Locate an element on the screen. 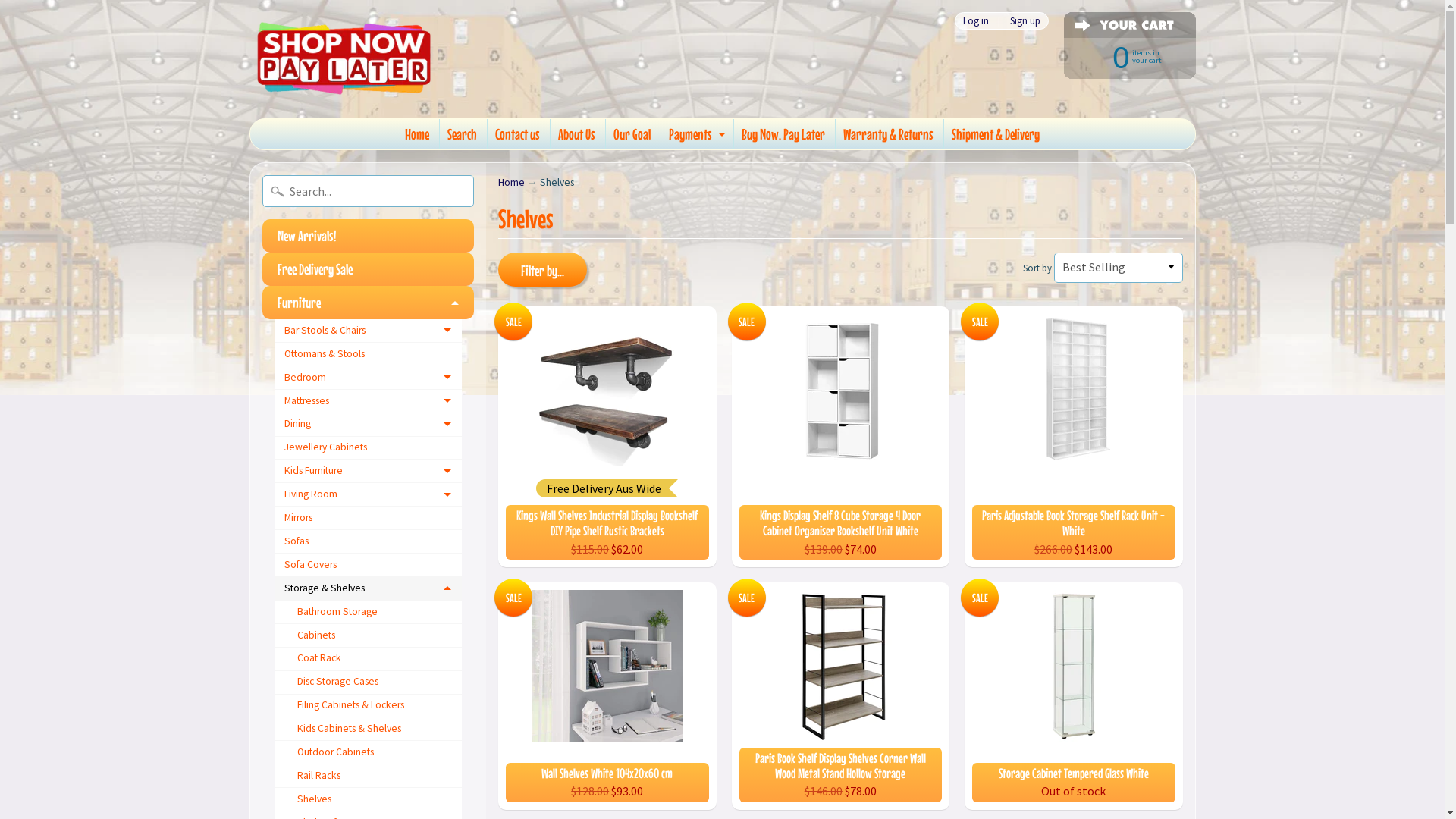 Image resolution: width=1456 pixels, height=819 pixels. 'Rail Racks' is located at coordinates (274, 776).